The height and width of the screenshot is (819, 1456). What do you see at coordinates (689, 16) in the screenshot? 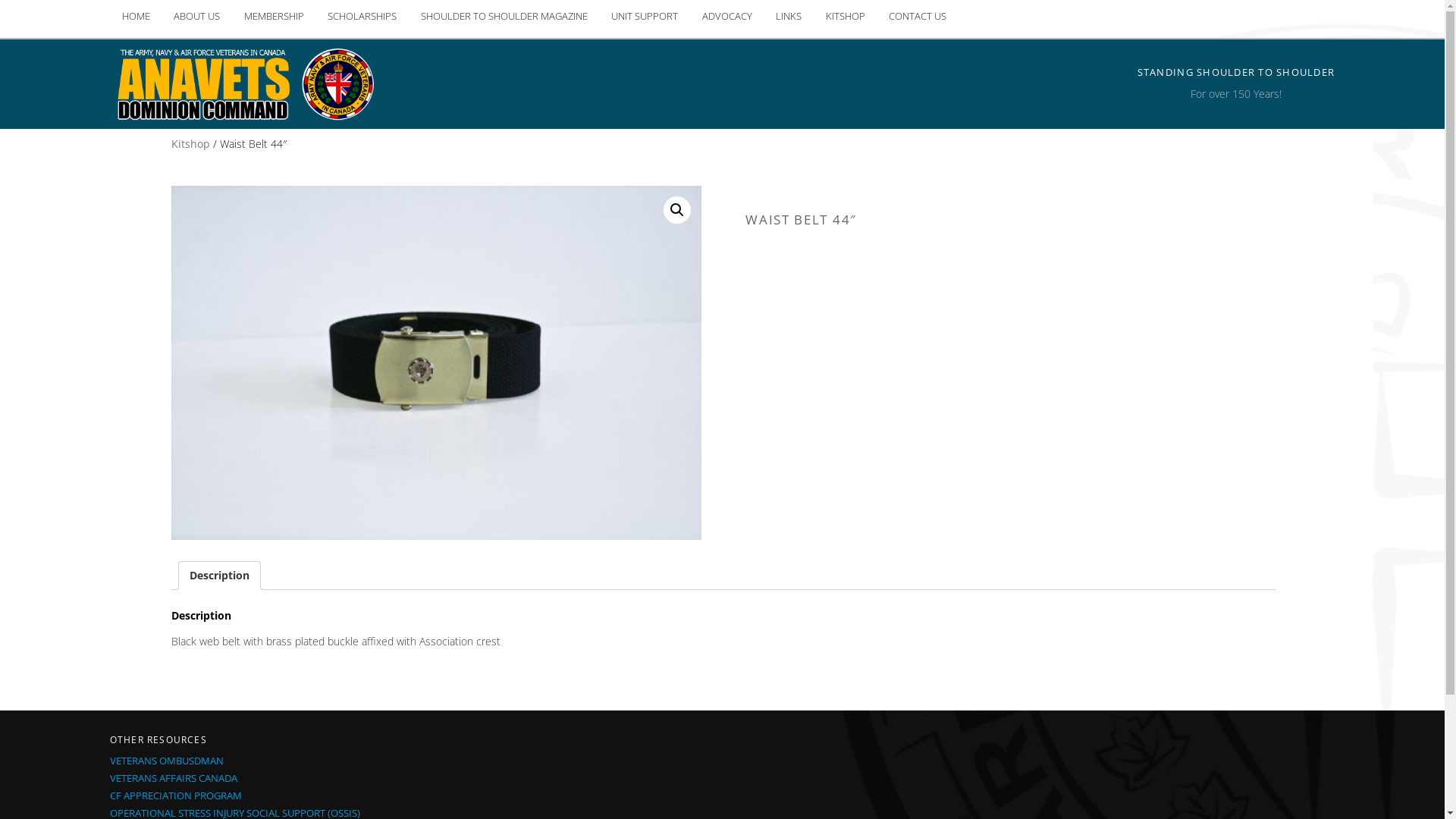
I see `'ADVOCACY'` at bounding box center [689, 16].